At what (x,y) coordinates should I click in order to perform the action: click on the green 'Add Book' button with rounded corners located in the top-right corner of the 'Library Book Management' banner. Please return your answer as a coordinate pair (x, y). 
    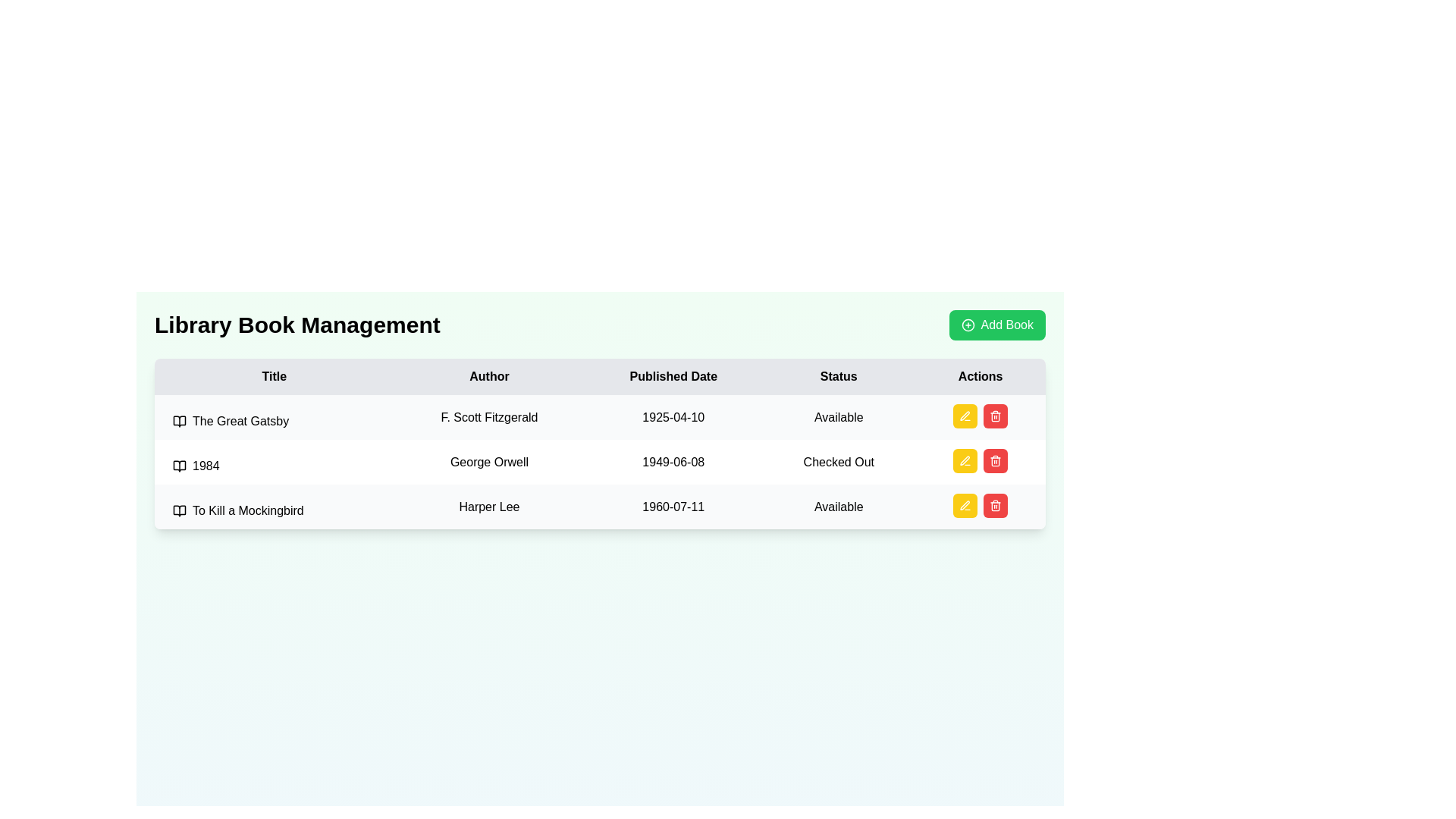
    Looking at the image, I should click on (997, 324).